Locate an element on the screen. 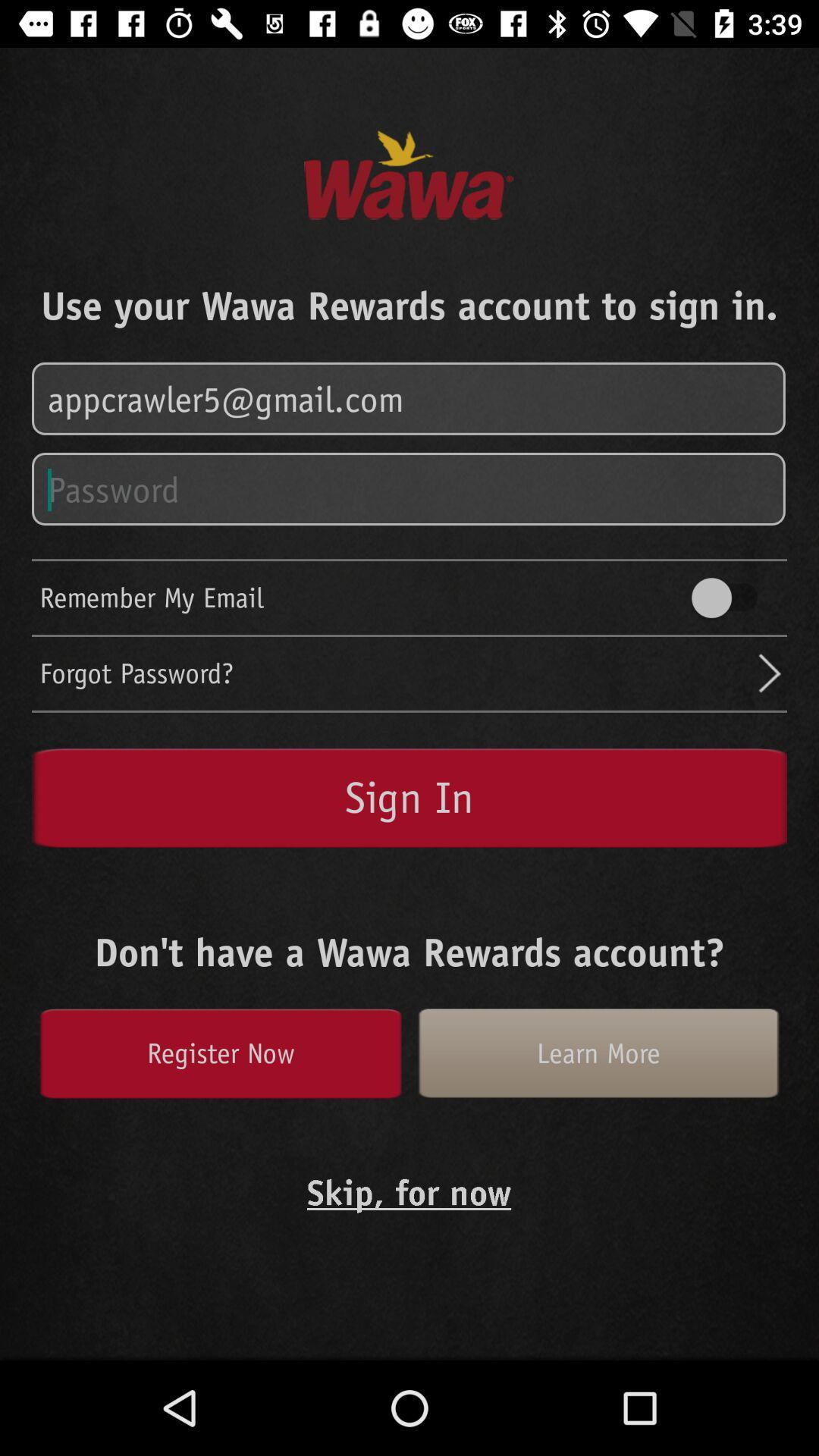 The image size is (819, 1456). forgot password? icon is located at coordinates (396, 673).